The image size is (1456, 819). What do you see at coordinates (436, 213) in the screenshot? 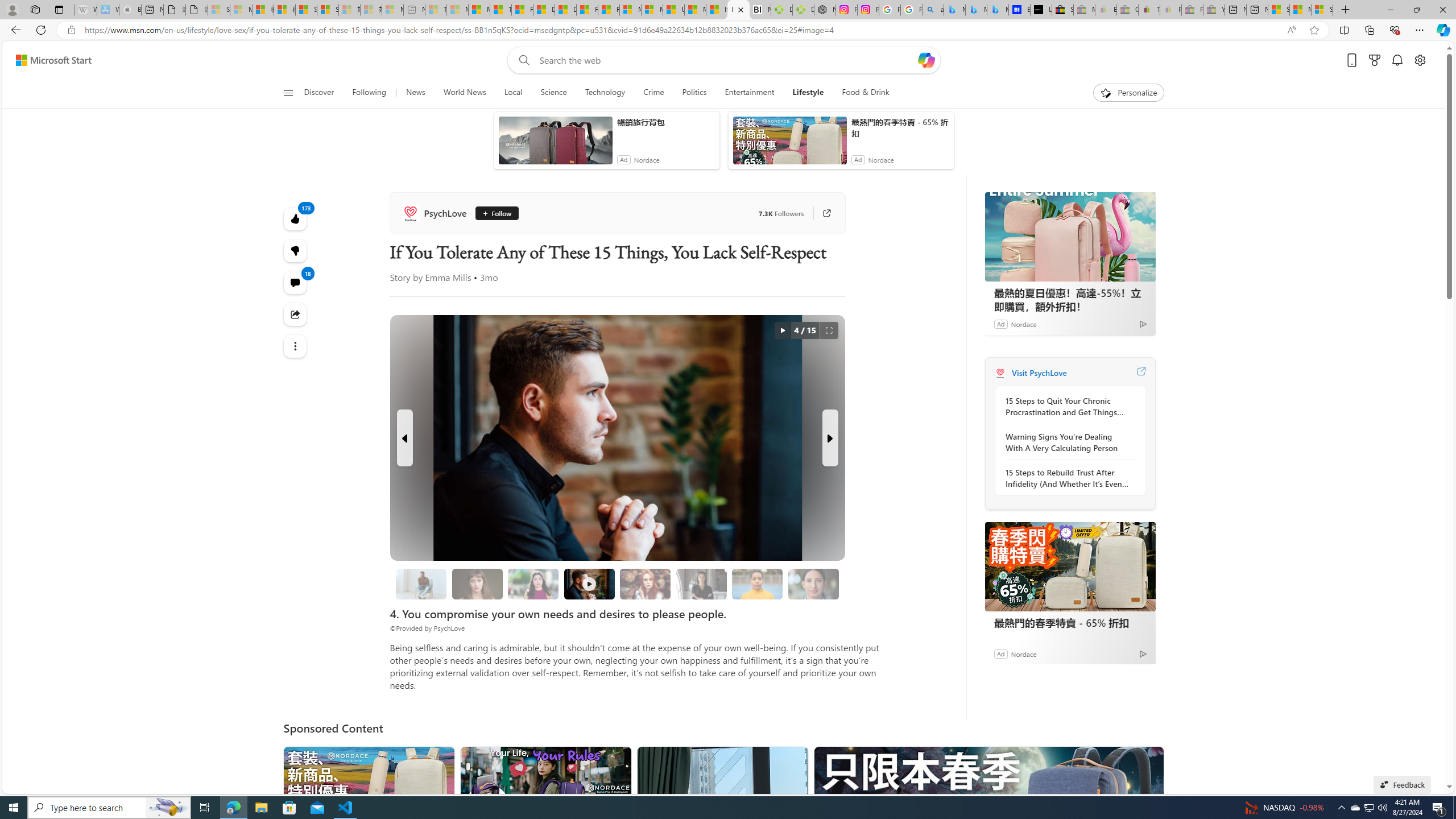
I see `'PsychLove'` at bounding box center [436, 213].